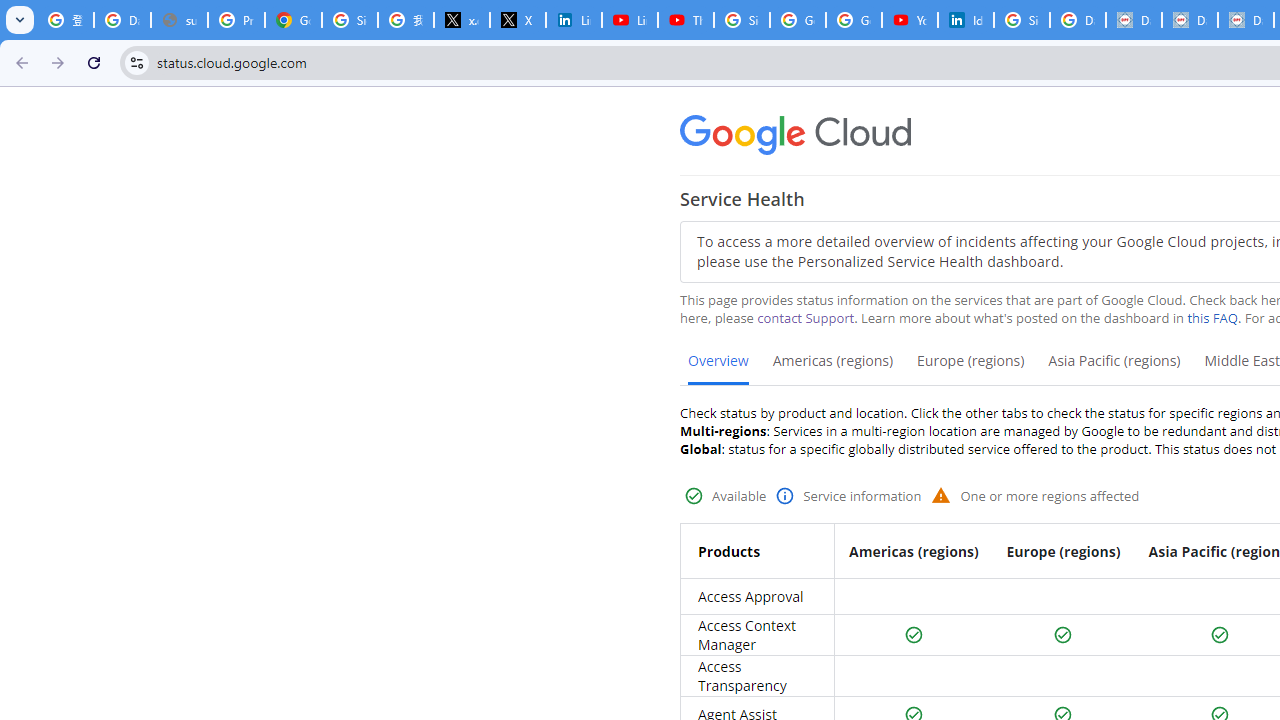 The height and width of the screenshot is (720, 1280). I want to click on 'Warning status', so click(940, 495).